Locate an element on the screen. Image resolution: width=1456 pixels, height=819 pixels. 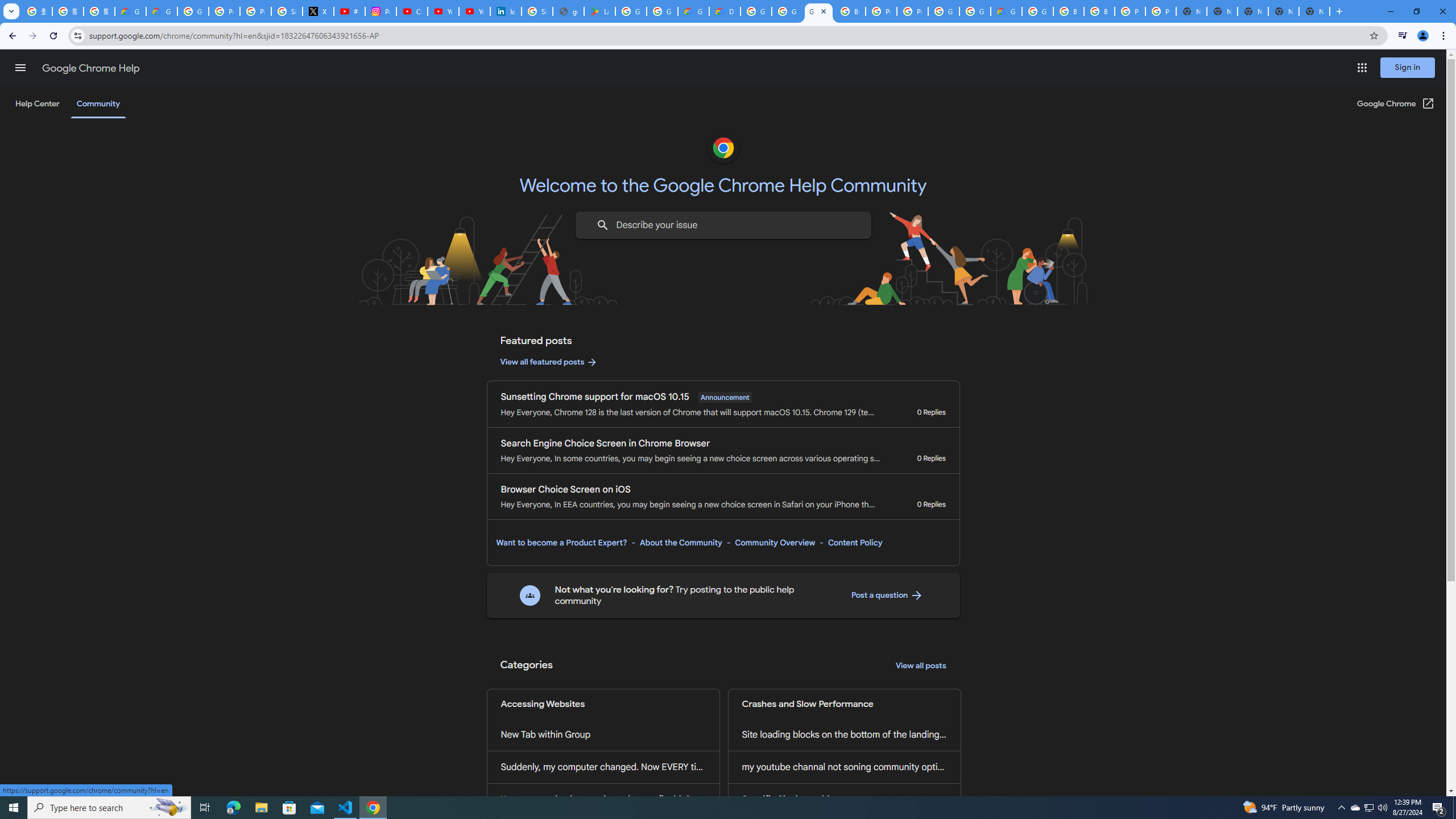
'Last Shelter: Survival - Apps on Google Play' is located at coordinates (599, 11).